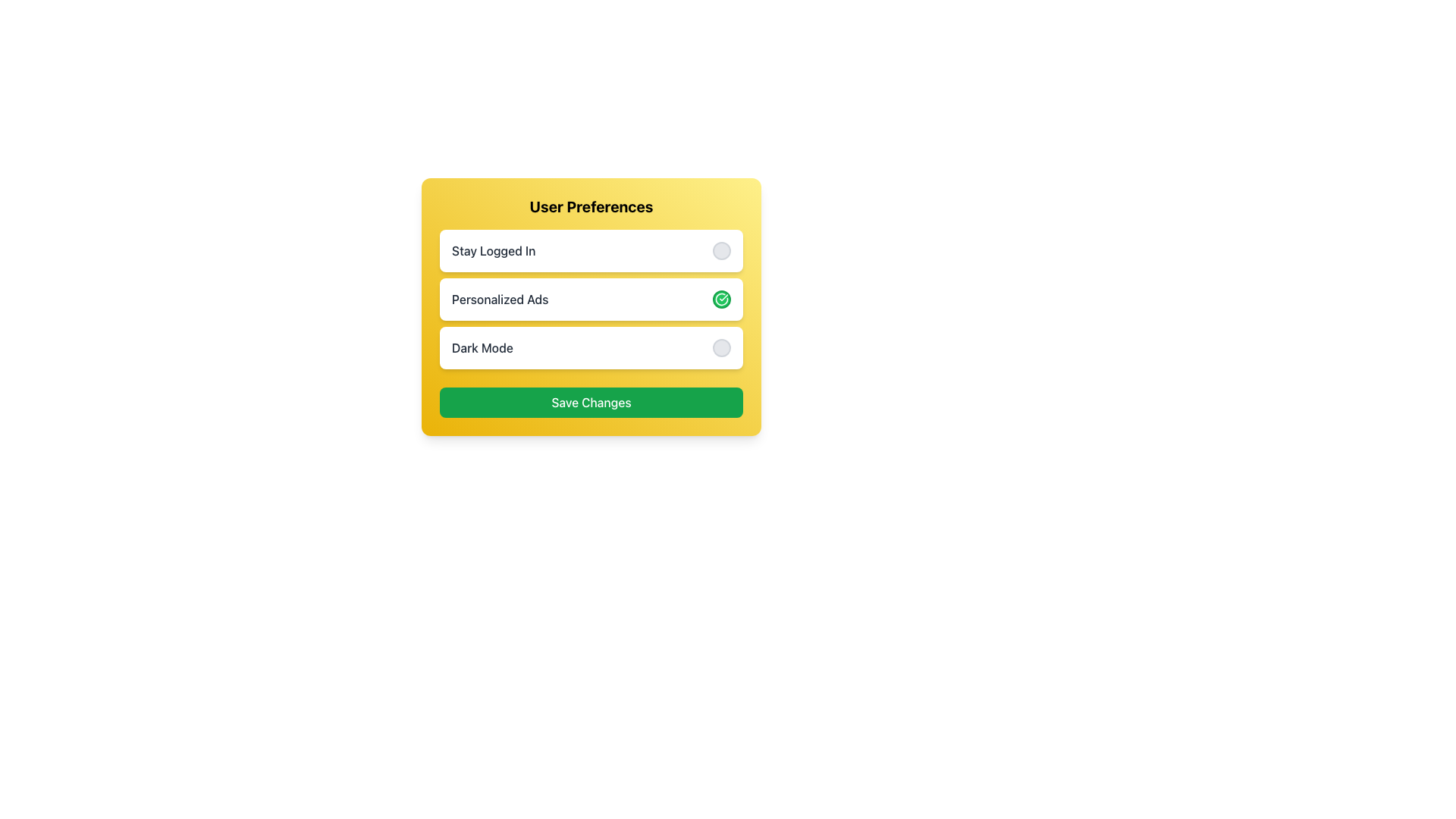  What do you see at coordinates (720, 348) in the screenshot?
I see `the toggle button for 'Dark Mode' using keyboard navigation` at bounding box center [720, 348].